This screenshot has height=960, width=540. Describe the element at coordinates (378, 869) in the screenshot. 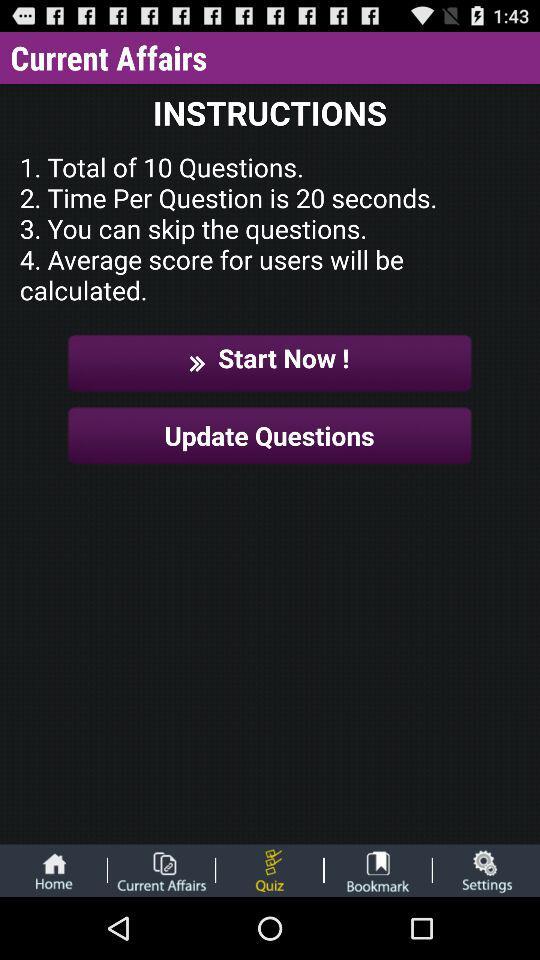

I see `icon below the update questions` at that location.